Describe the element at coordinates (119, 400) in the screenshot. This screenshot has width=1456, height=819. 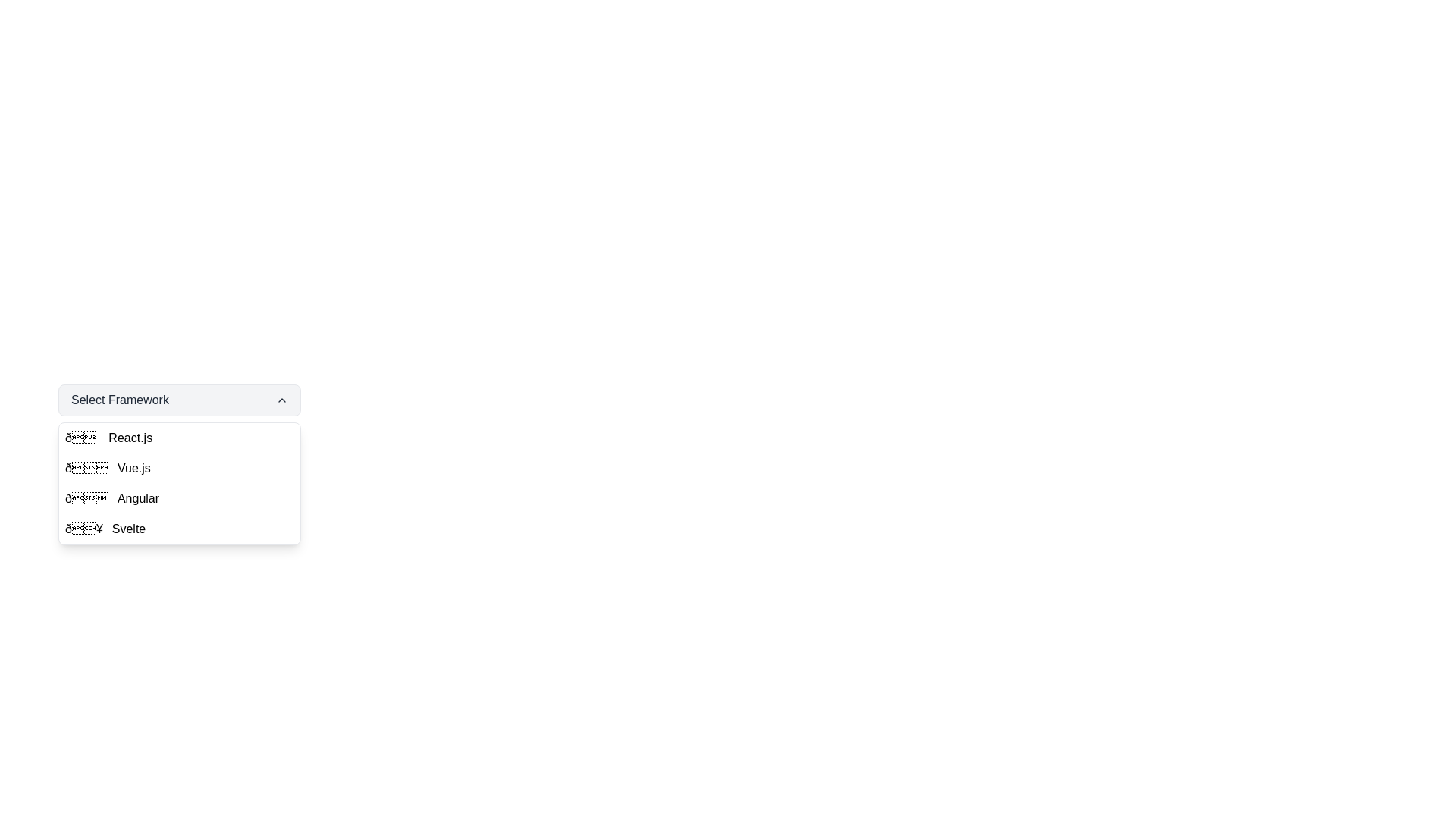
I see `the text label in the dropdown menu that indicates users should select a framework, to emphasize it` at that location.